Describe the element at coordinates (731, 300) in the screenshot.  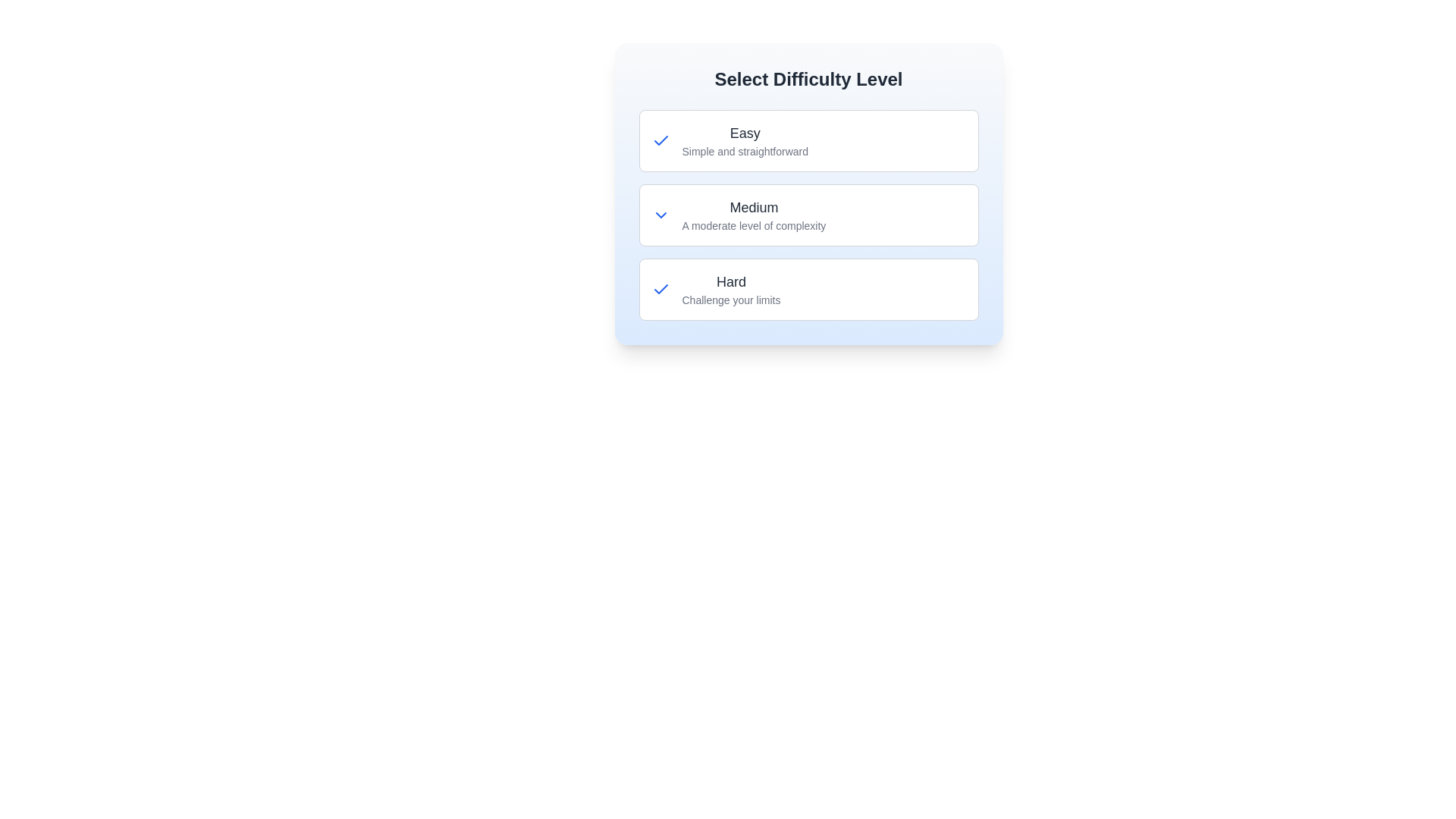
I see `the static text label that reads 'Challenge your limits', which is positioned beneath the text 'Hard' and is styled in smaller gray text` at that location.